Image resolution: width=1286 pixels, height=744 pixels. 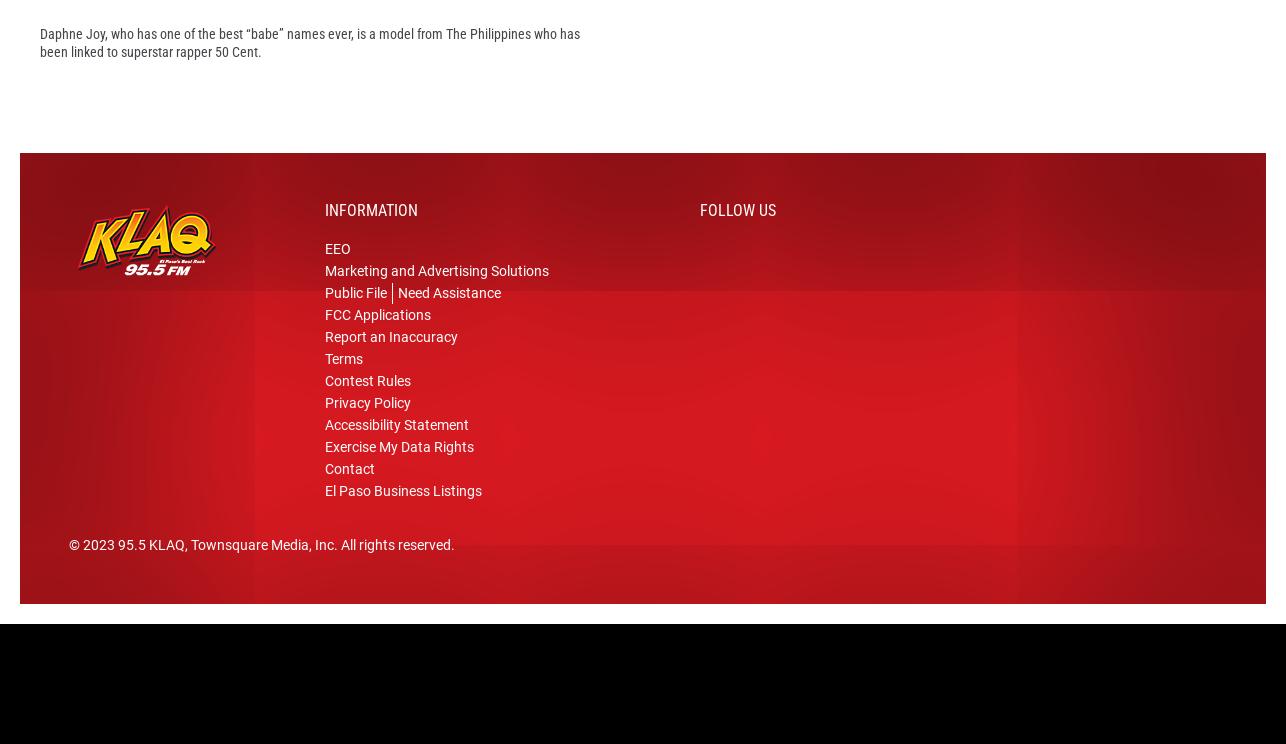 What do you see at coordinates (323, 455) in the screenshot?
I see `'Accessibility Statement'` at bounding box center [323, 455].